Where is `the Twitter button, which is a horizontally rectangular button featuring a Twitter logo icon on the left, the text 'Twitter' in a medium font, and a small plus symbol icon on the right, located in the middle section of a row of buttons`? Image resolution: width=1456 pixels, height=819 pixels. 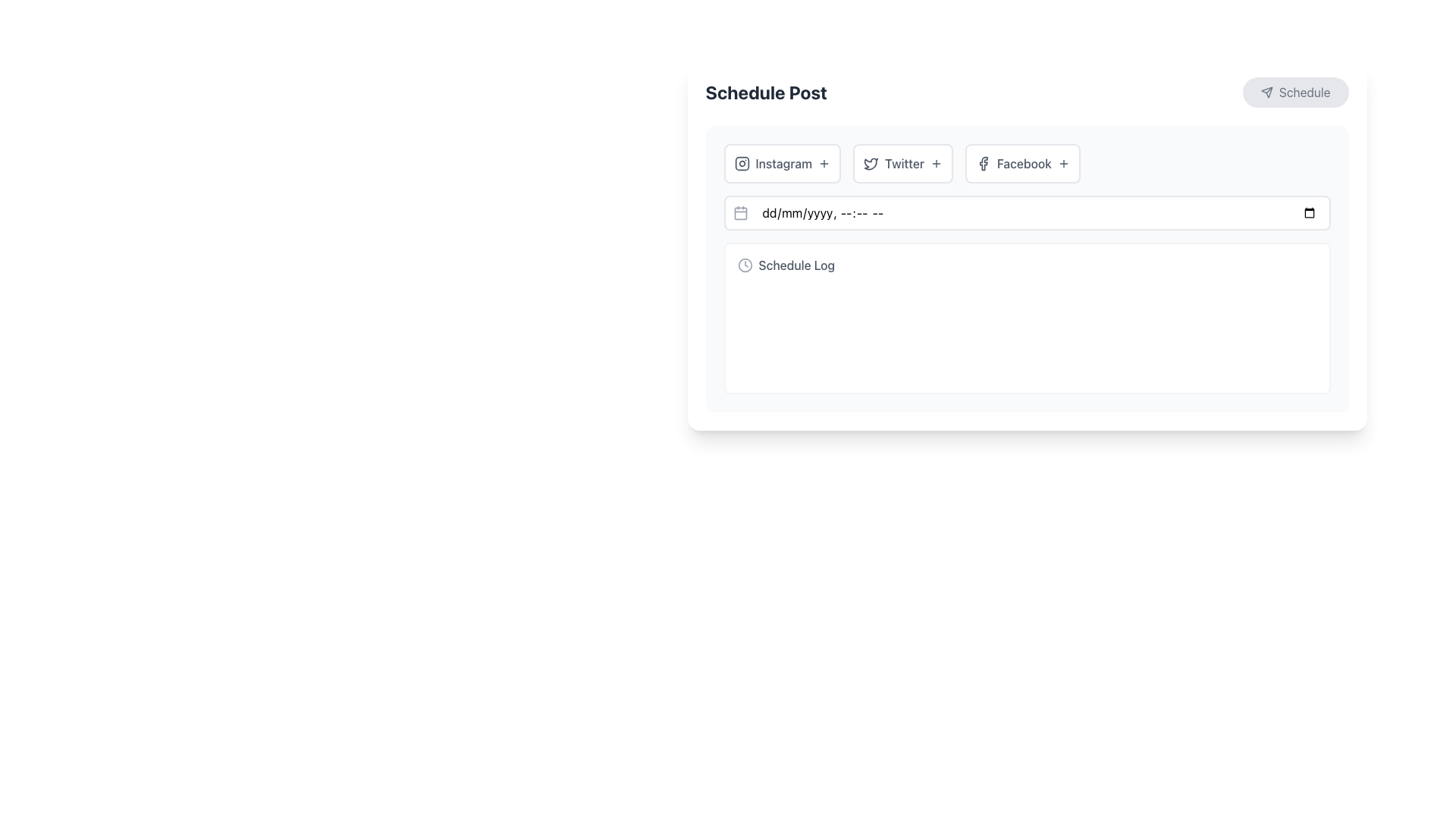
the Twitter button, which is a horizontally rectangular button featuring a Twitter logo icon on the left, the text 'Twitter' in a medium font, and a small plus symbol icon on the right, located in the middle section of a row of buttons is located at coordinates (902, 164).